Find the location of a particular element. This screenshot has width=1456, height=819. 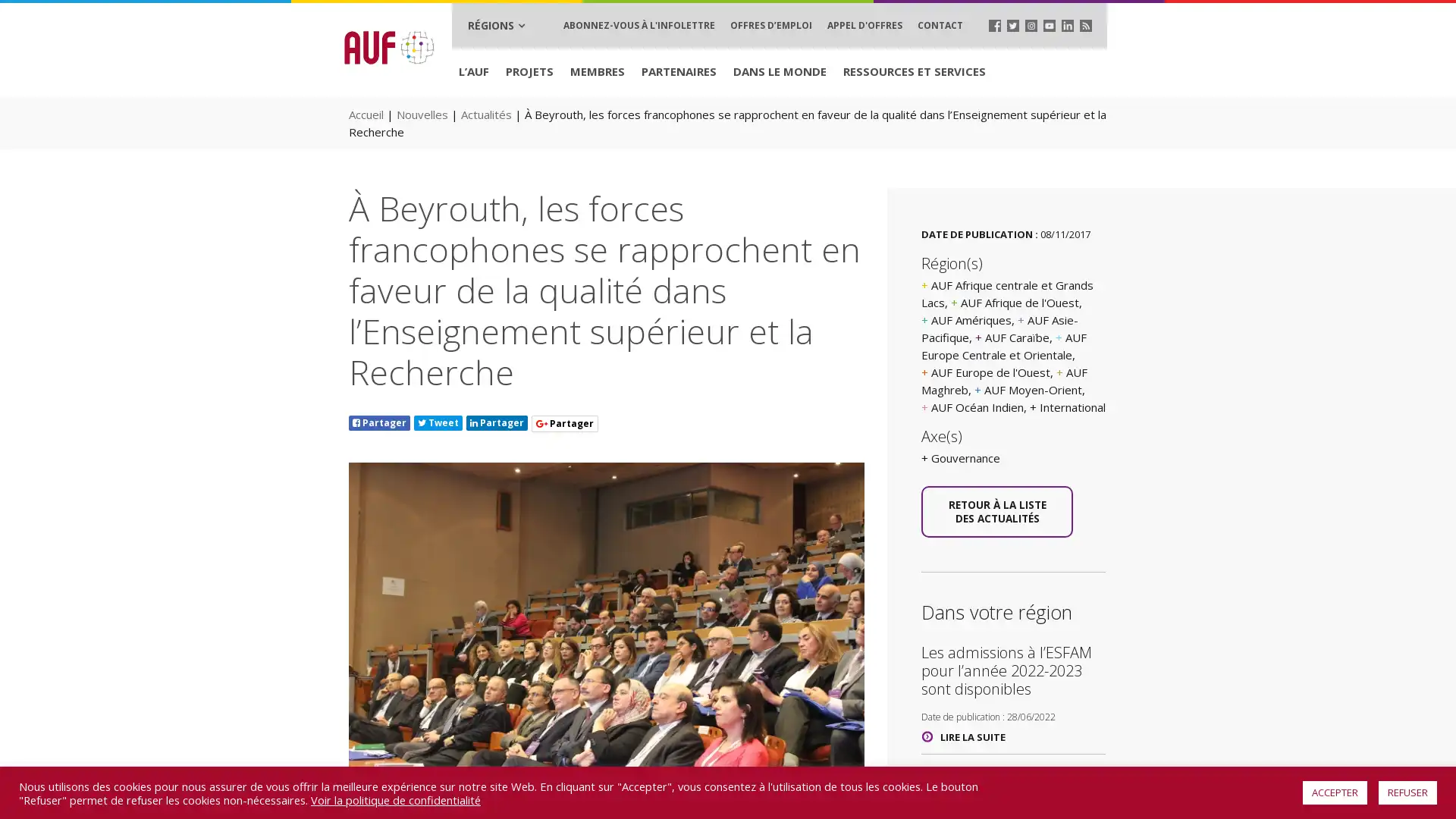

REFUSER is located at coordinates (1407, 792).